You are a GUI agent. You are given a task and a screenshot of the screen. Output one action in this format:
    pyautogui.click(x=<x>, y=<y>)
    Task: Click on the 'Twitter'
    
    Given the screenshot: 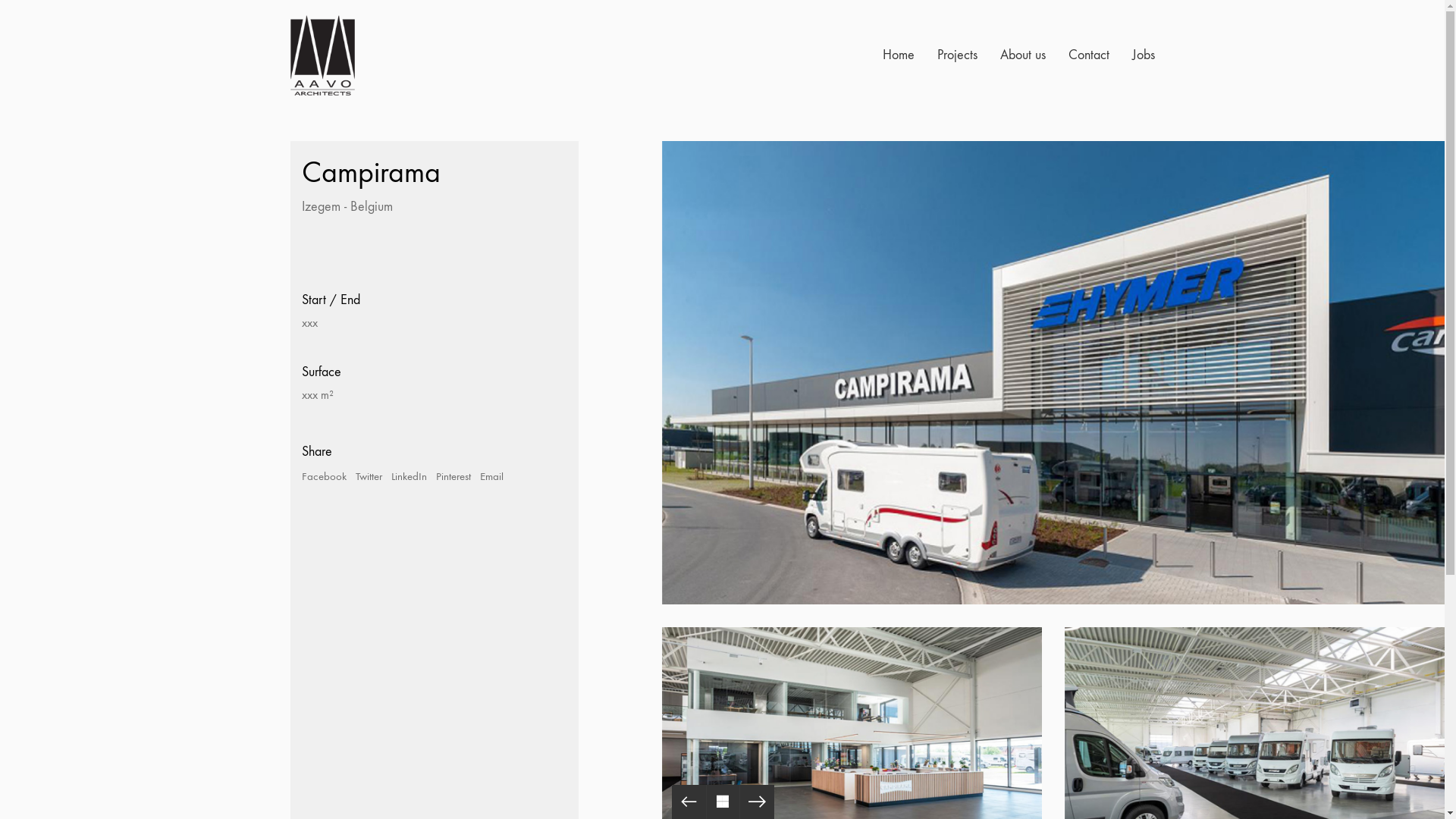 What is the action you would take?
    pyautogui.click(x=368, y=475)
    